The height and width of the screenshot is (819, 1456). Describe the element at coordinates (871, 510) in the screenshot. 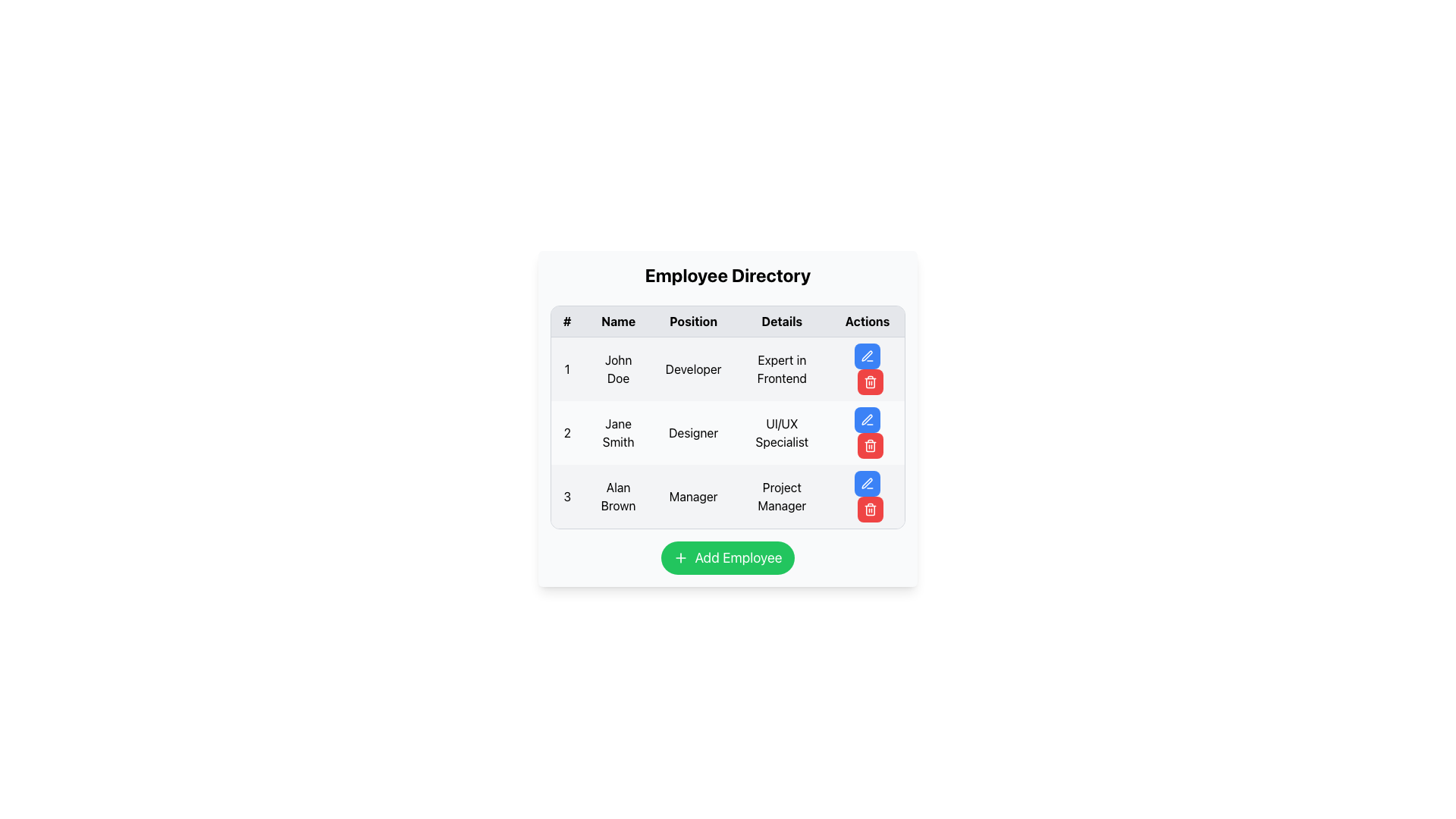

I see `the trash bin icon in the 'Actions' column of the table, specifically in the third row labeled 'Alan Brown', to understand its purpose` at that location.